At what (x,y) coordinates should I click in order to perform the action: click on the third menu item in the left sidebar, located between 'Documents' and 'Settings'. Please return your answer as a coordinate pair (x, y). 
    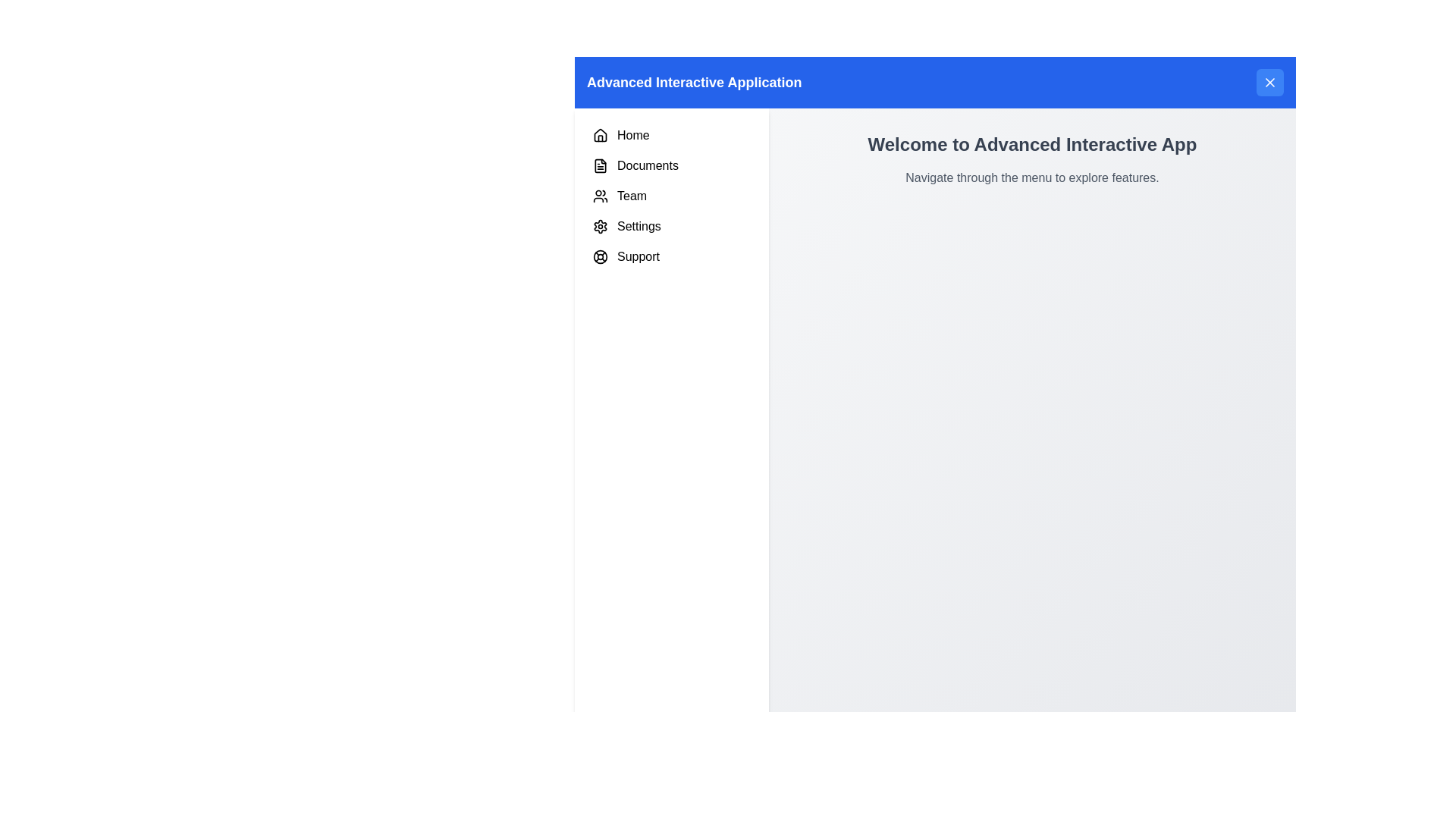
    Looking at the image, I should click on (671, 195).